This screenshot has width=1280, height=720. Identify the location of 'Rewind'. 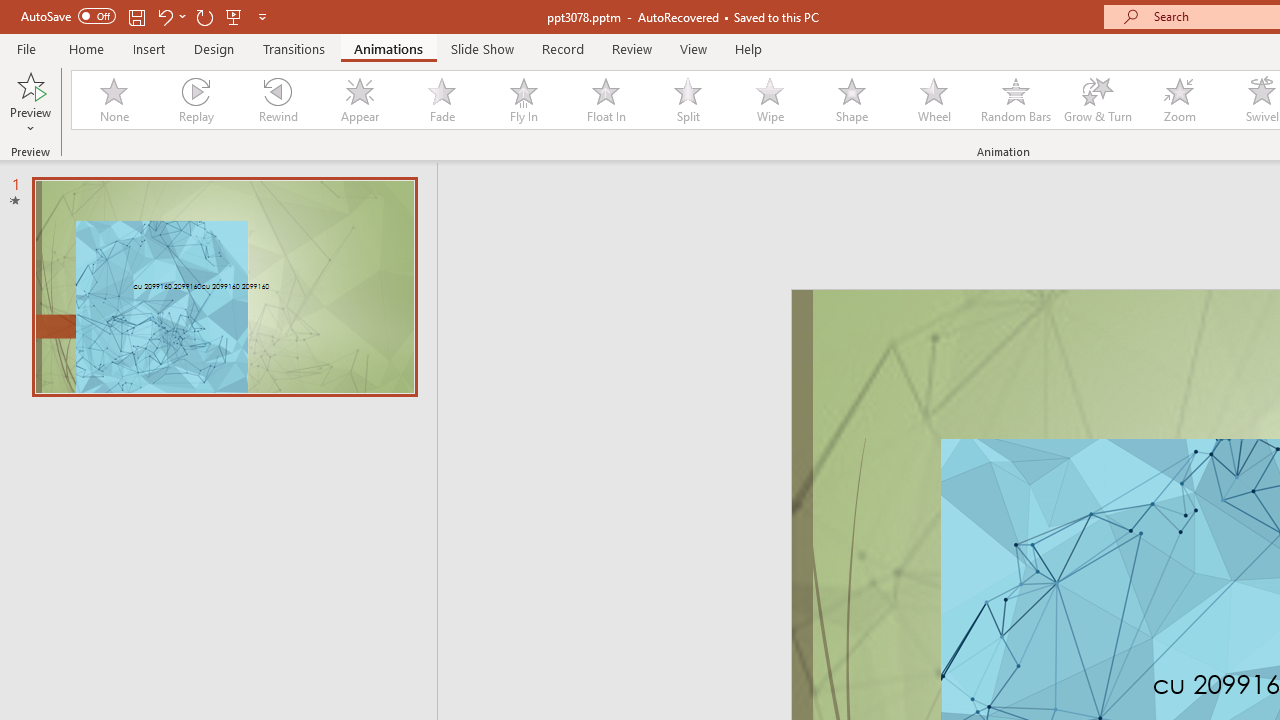
(276, 100).